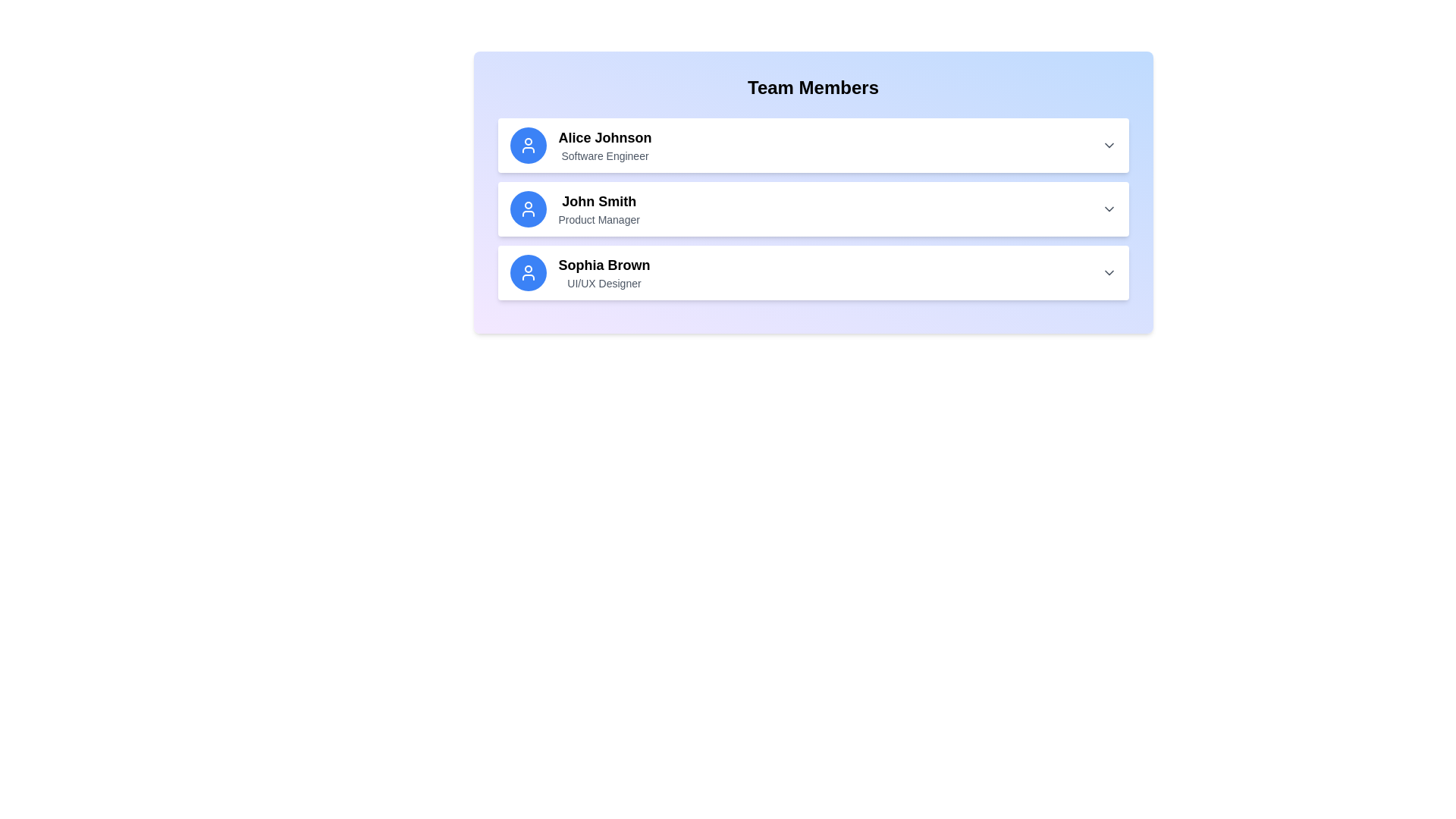  I want to click on the user profile icon represented by a white outline of a person within a circular blue button, located in the group associated with 'Sophia Brown', so click(528, 271).